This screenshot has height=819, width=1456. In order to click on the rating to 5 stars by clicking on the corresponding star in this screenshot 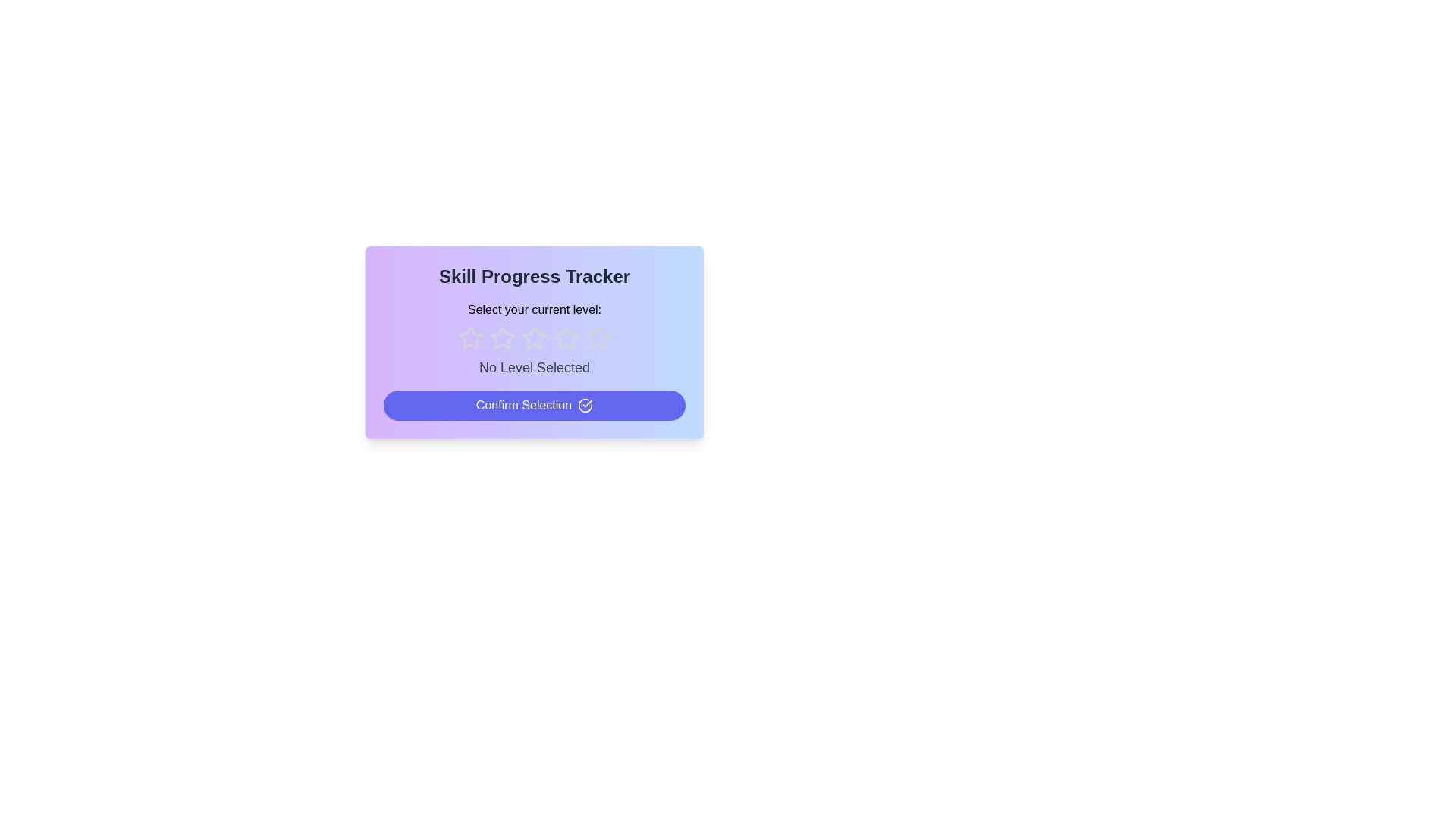, I will do `click(597, 337)`.